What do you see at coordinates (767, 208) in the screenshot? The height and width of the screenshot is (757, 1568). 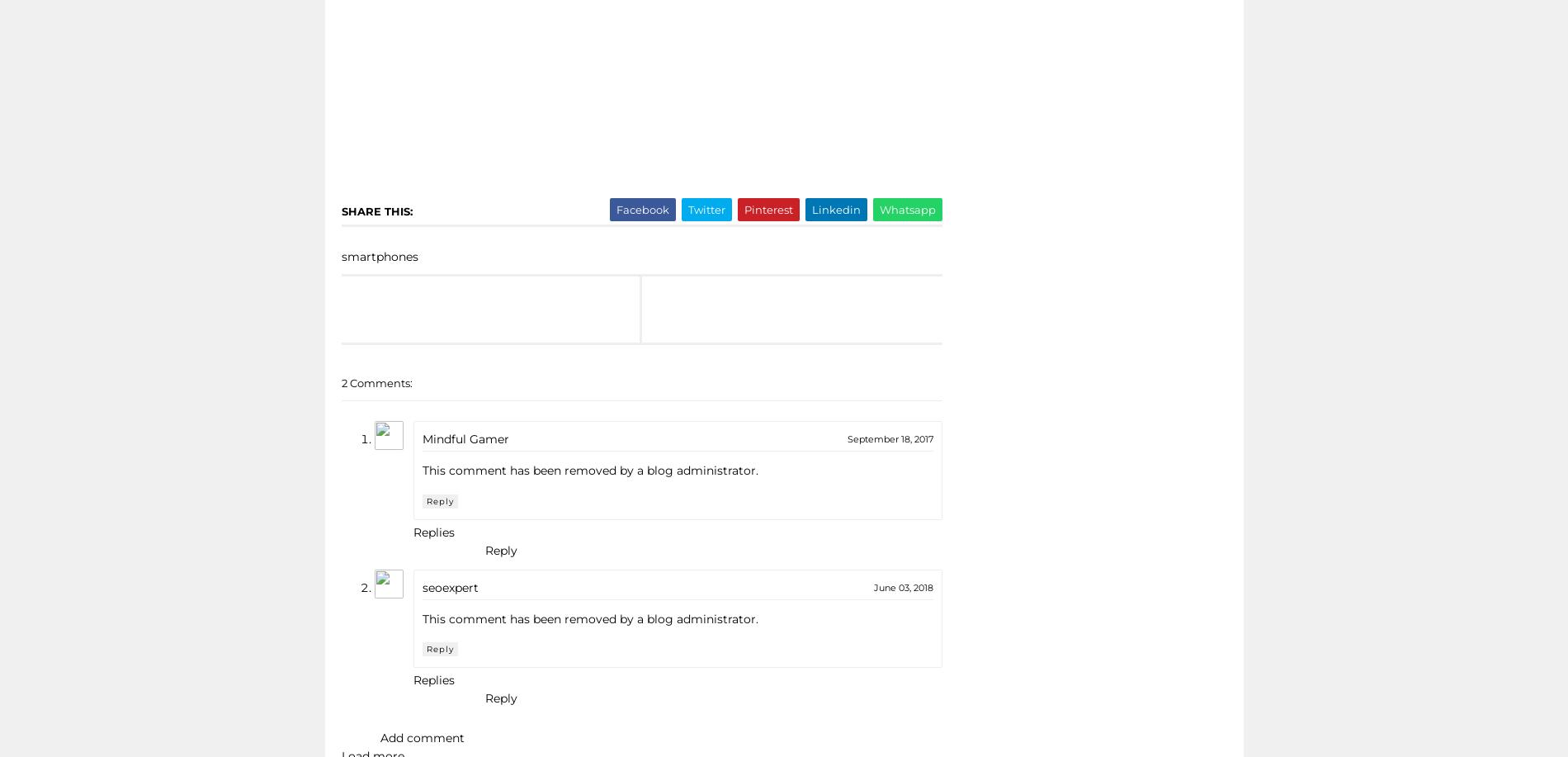 I see `'Pinterest'` at bounding box center [767, 208].